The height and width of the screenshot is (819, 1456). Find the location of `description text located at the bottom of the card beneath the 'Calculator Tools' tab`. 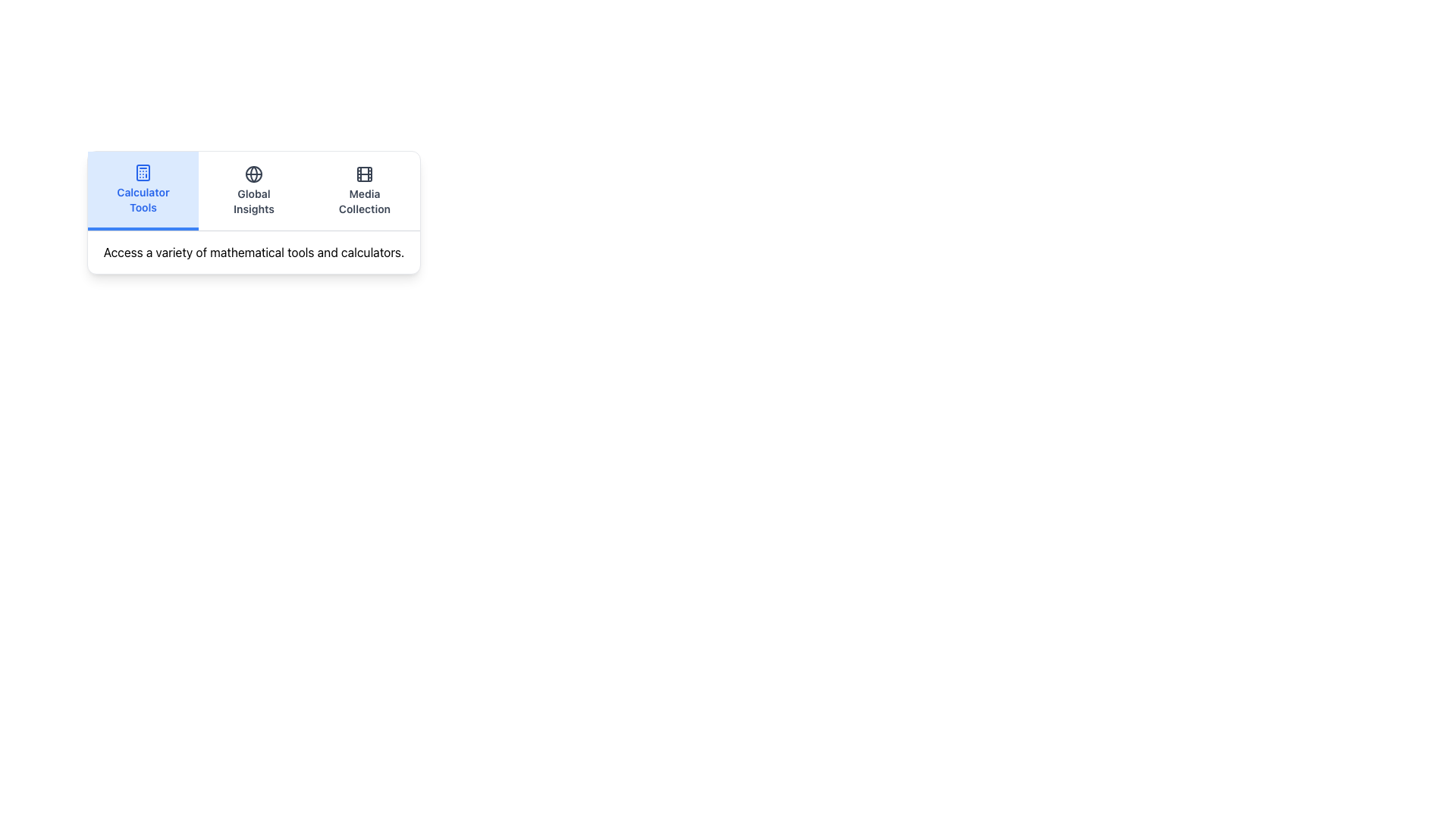

description text located at the bottom of the card beneath the 'Calculator Tools' tab is located at coordinates (254, 251).